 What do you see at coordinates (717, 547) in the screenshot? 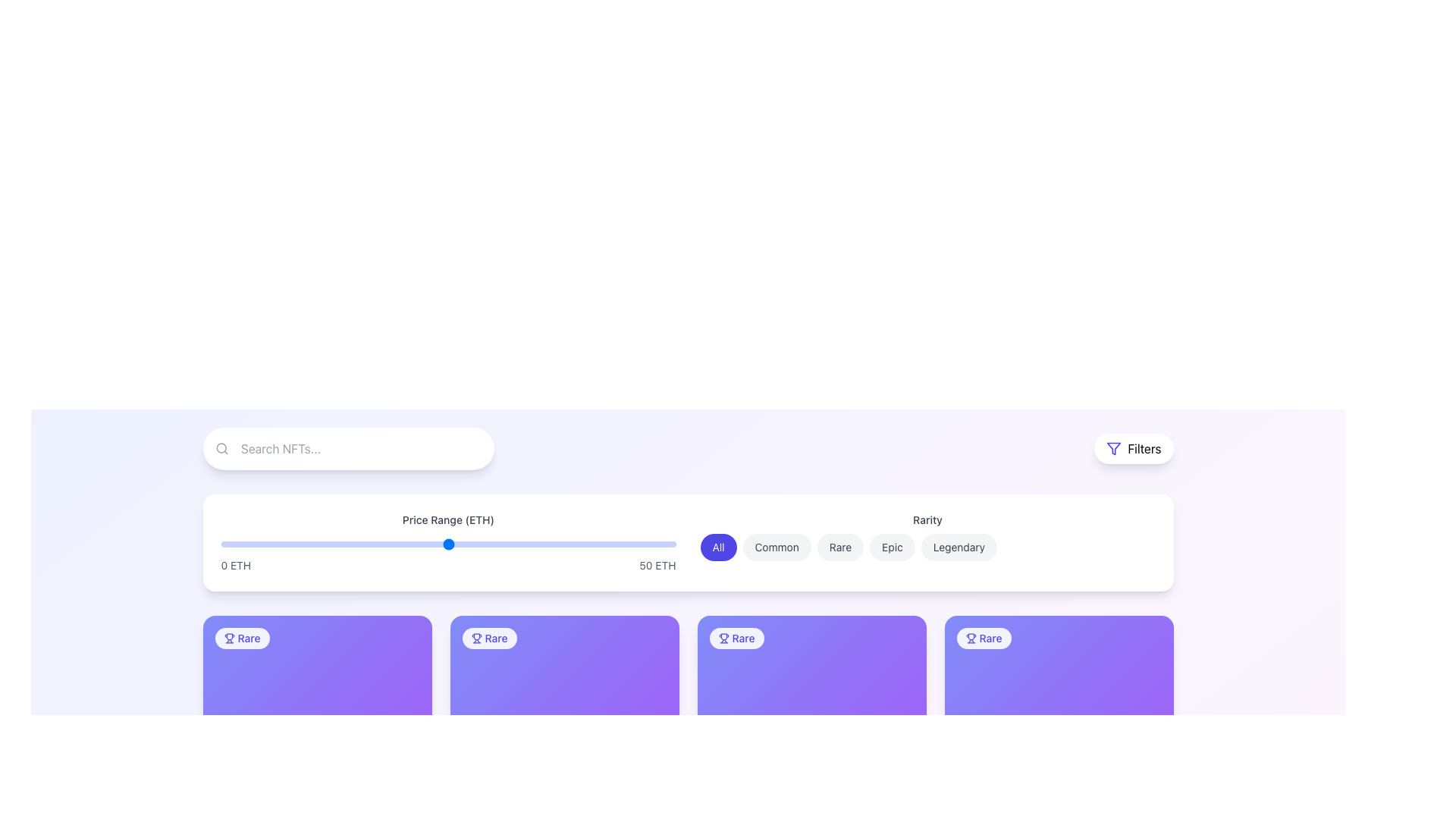
I see `the 'All' button, which is the first button in a row of buttons used to filter or select all items. This button is located near the top center of the interface` at bounding box center [717, 547].